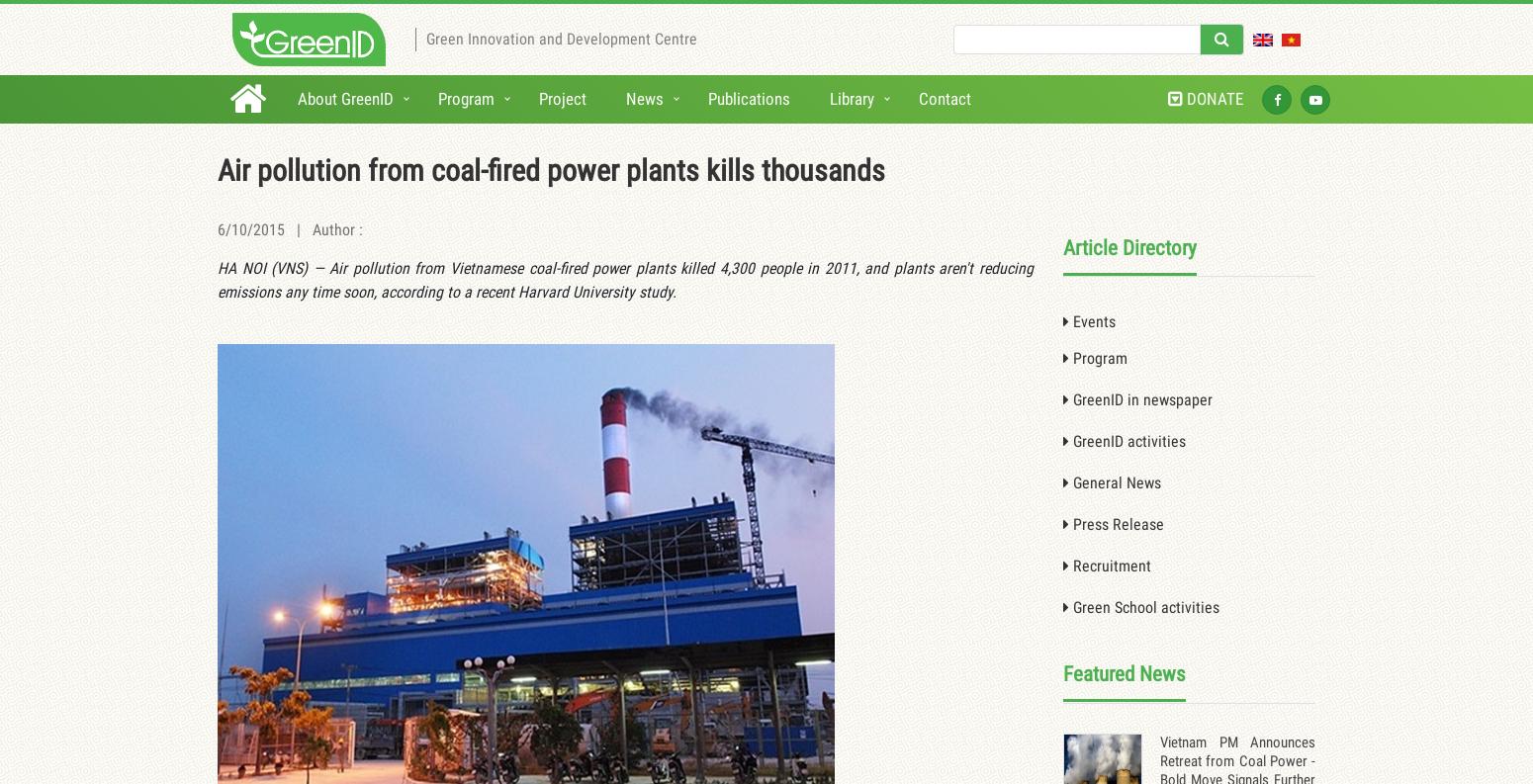 The image size is (1533, 784). I want to click on 'Green School activities', so click(1143, 607).